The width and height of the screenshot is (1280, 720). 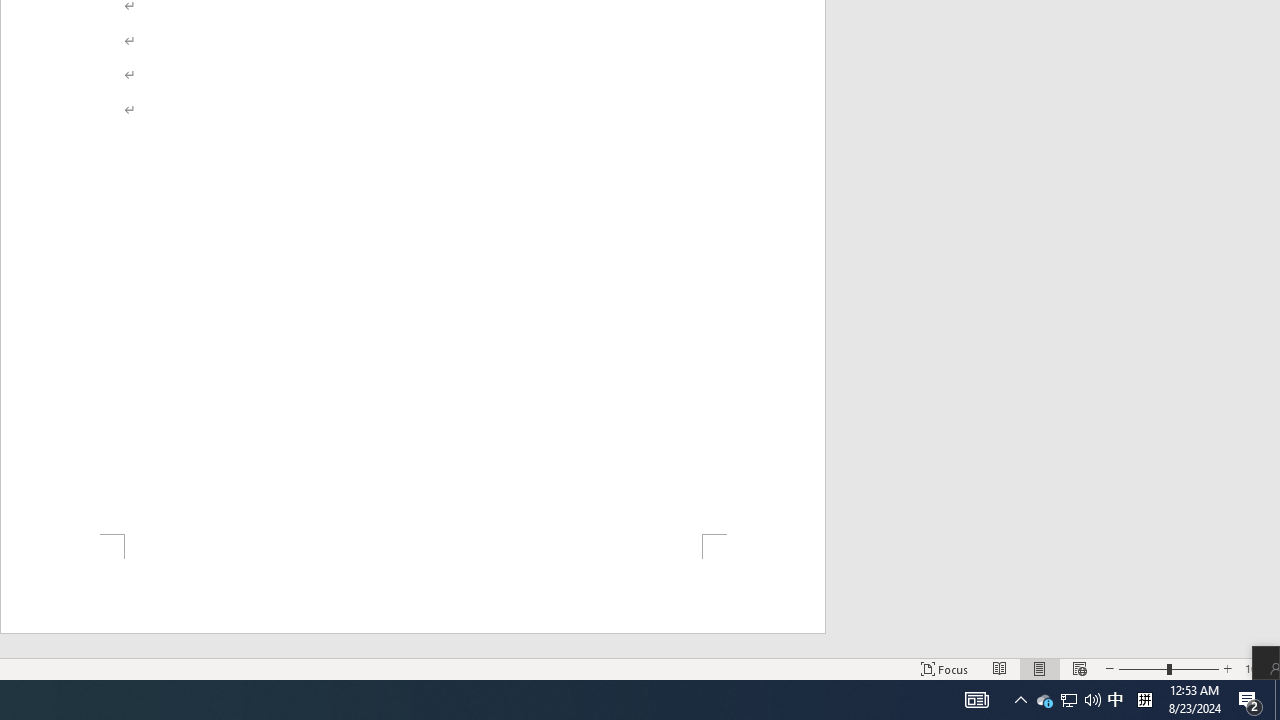 What do you see at coordinates (1168, 669) in the screenshot?
I see `'Zoom'` at bounding box center [1168, 669].